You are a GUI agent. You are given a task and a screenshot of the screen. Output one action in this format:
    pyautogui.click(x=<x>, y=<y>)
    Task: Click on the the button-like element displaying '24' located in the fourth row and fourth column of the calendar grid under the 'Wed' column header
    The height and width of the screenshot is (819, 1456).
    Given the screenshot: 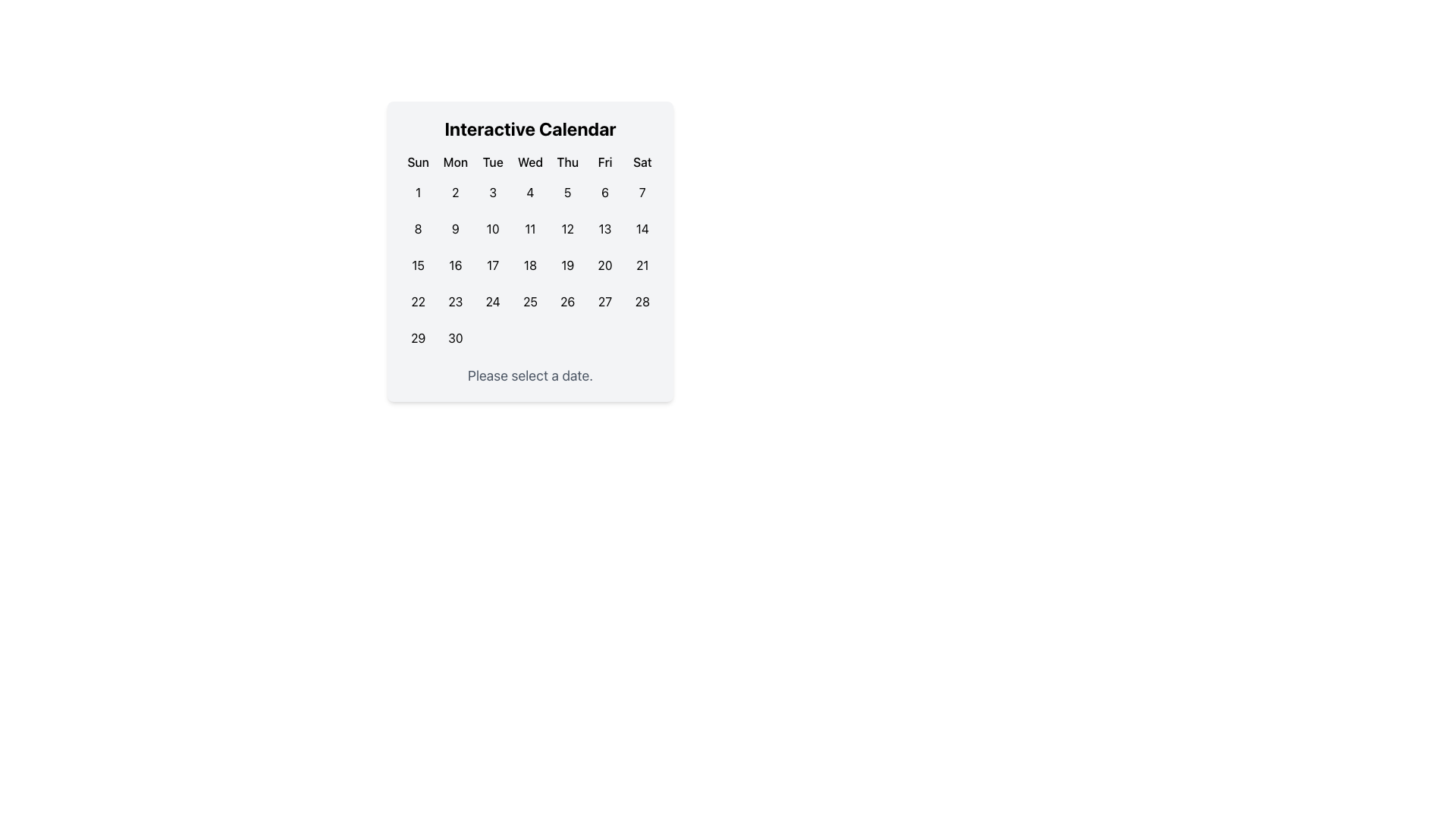 What is the action you would take?
    pyautogui.click(x=493, y=301)
    